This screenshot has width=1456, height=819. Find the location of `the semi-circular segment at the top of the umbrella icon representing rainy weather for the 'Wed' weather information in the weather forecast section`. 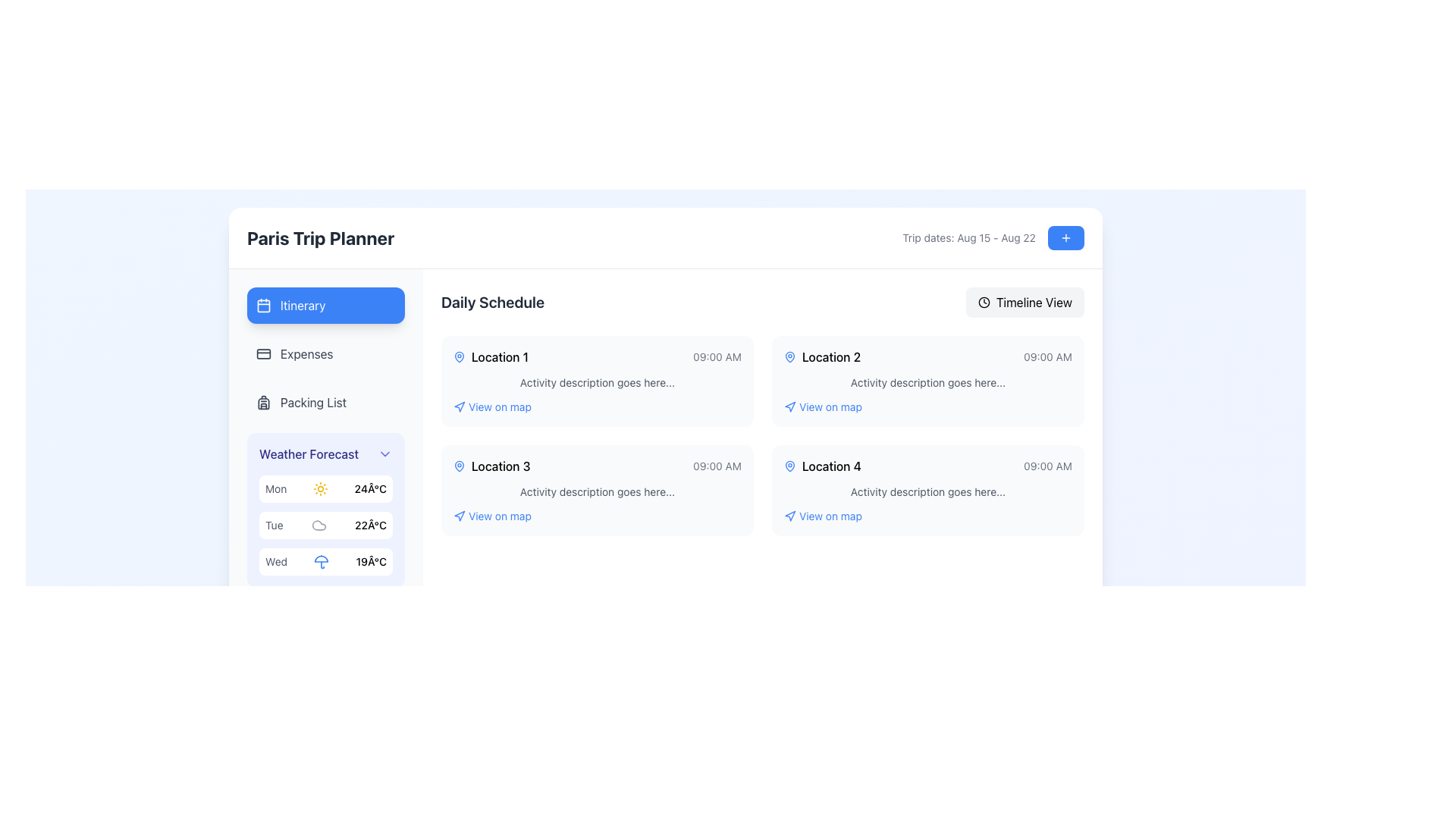

the semi-circular segment at the top of the umbrella icon representing rainy weather for the 'Wed' weather information in the weather forecast section is located at coordinates (321, 559).